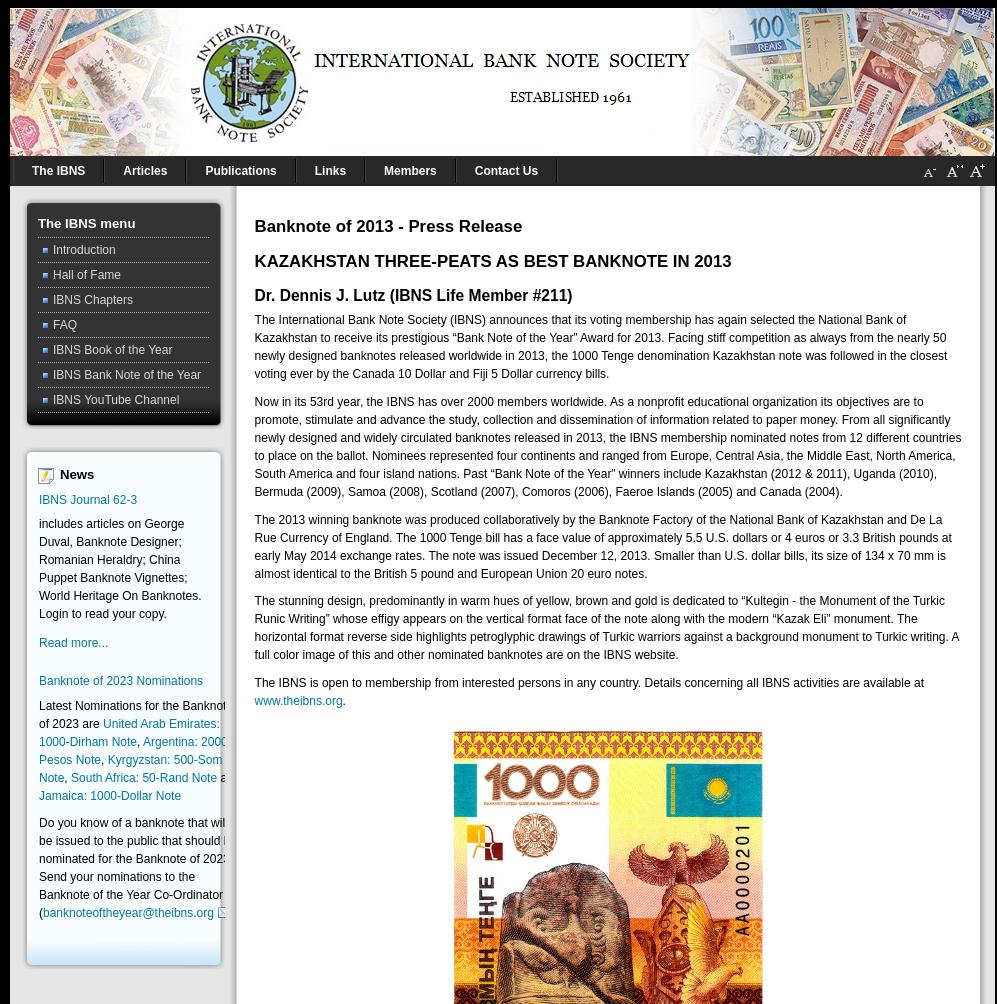 The height and width of the screenshot is (1004, 997). I want to click on 'Read more...', so click(72, 641).